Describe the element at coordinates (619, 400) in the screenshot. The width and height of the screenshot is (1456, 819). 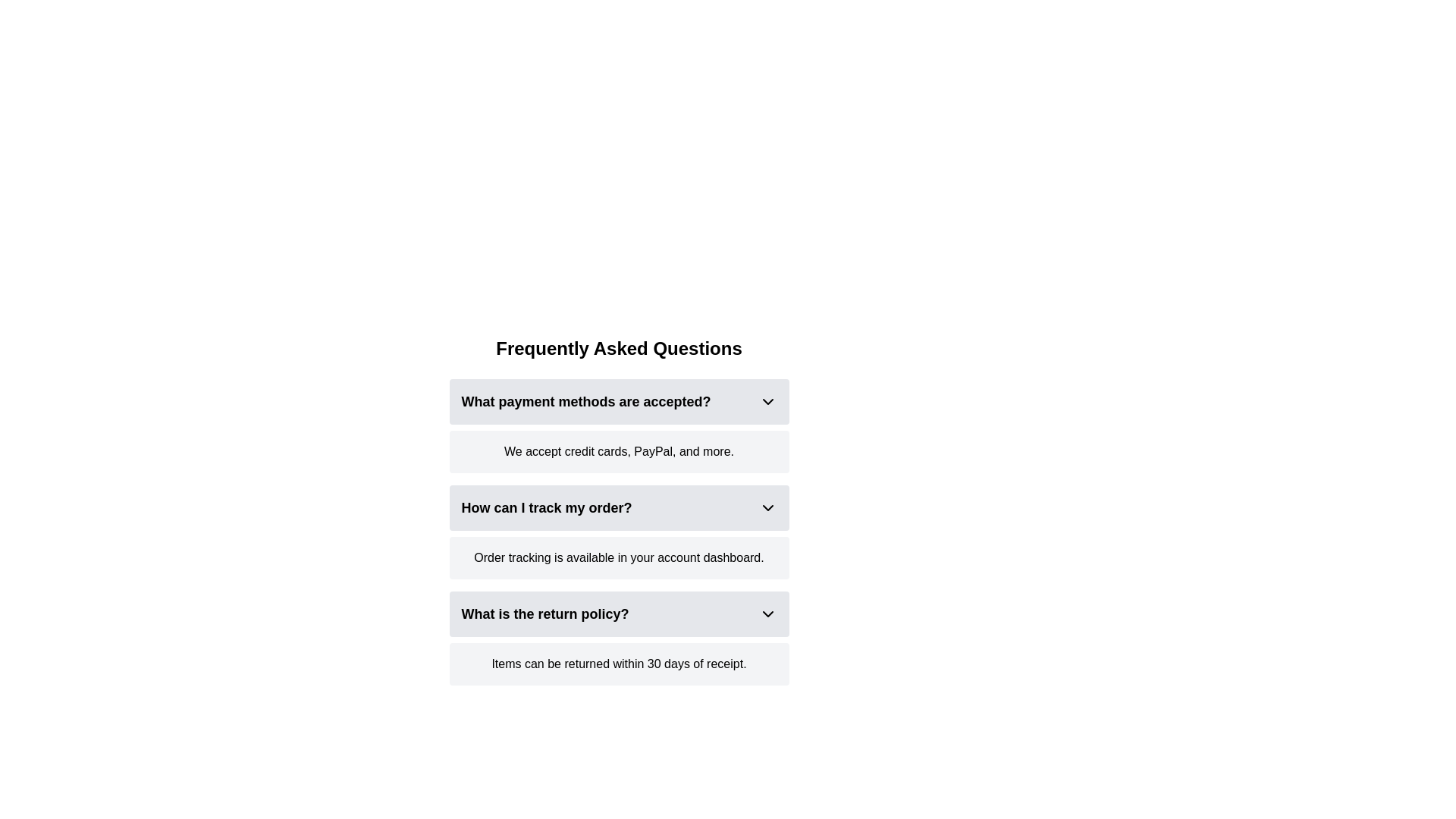
I see `the Toggleable Header` at that location.